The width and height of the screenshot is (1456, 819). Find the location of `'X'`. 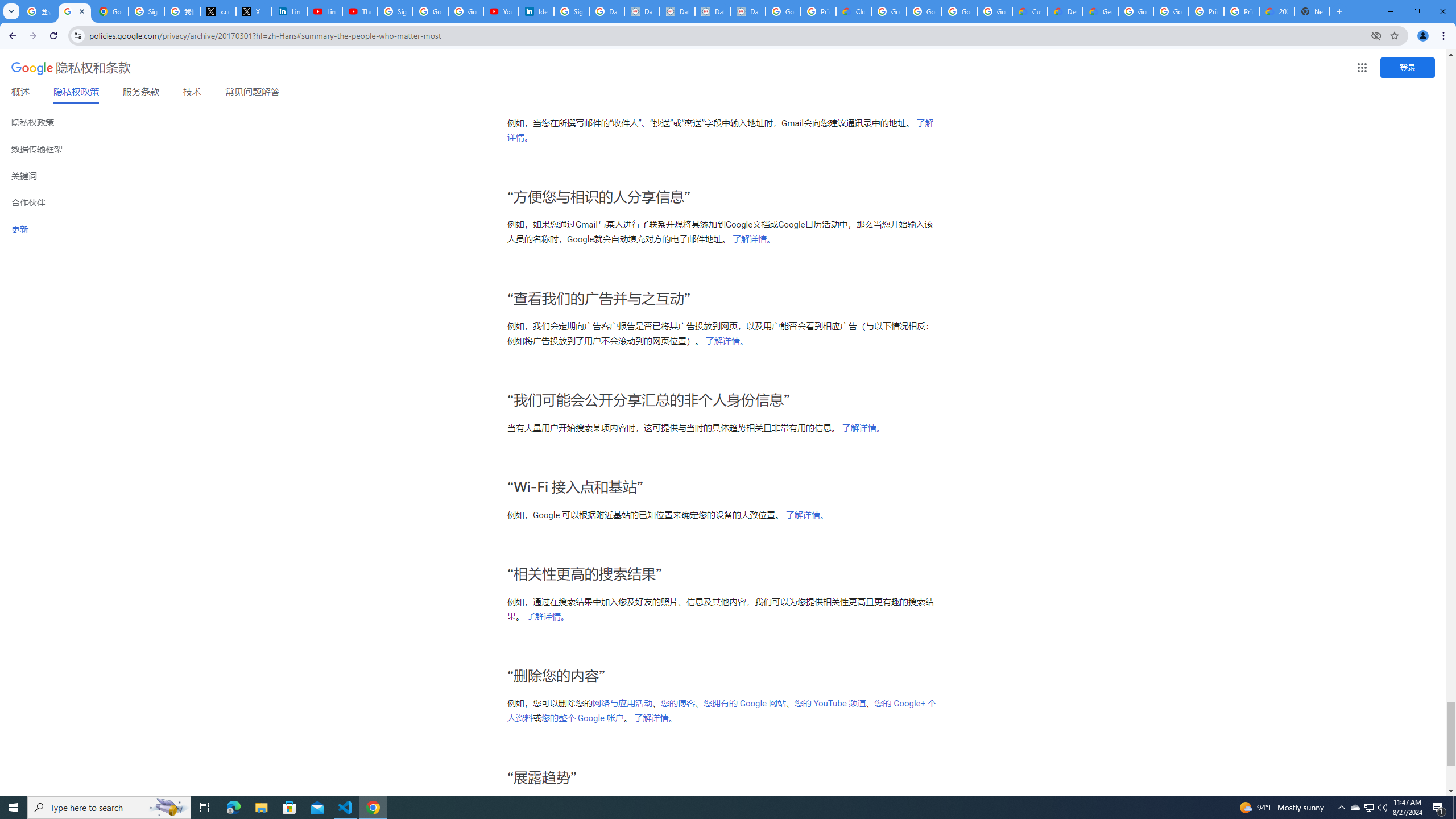

'X' is located at coordinates (253, 11).